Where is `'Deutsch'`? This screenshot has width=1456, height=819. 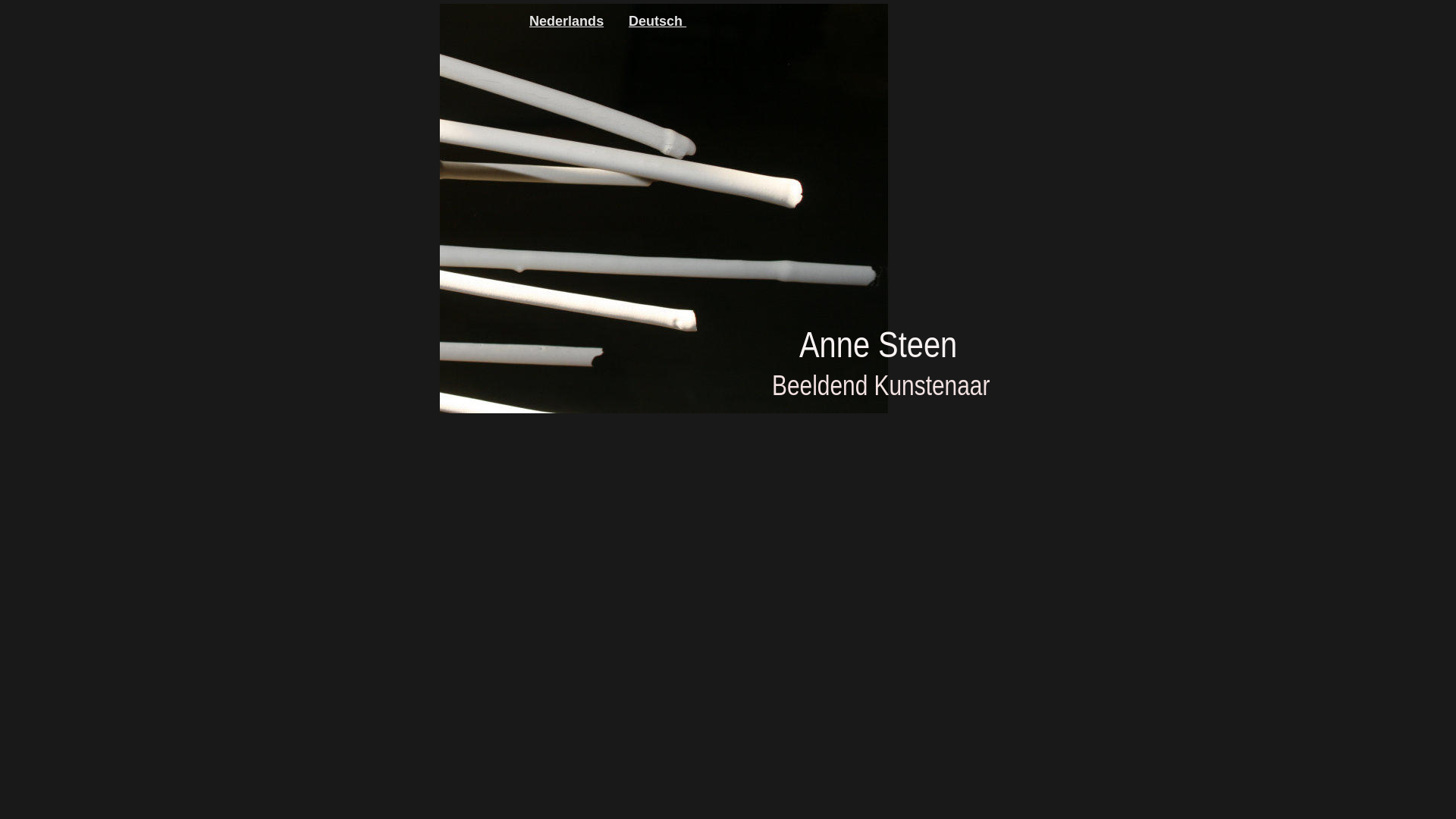 'Deutsch' is located at coordinates (629, 20).